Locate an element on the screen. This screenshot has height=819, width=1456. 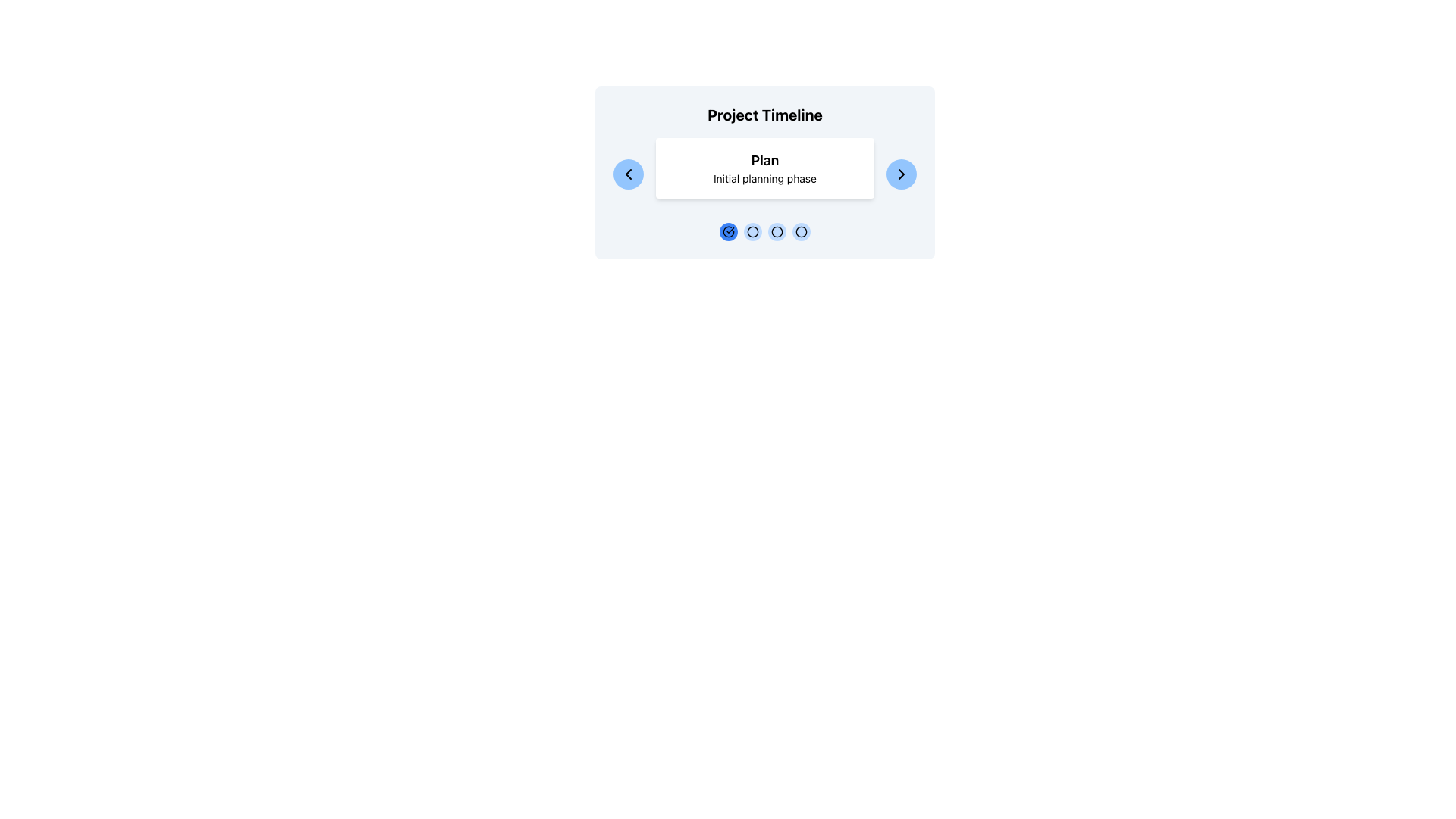
the button located on the left side of the navigation interface is located at coordinates (629, 174).